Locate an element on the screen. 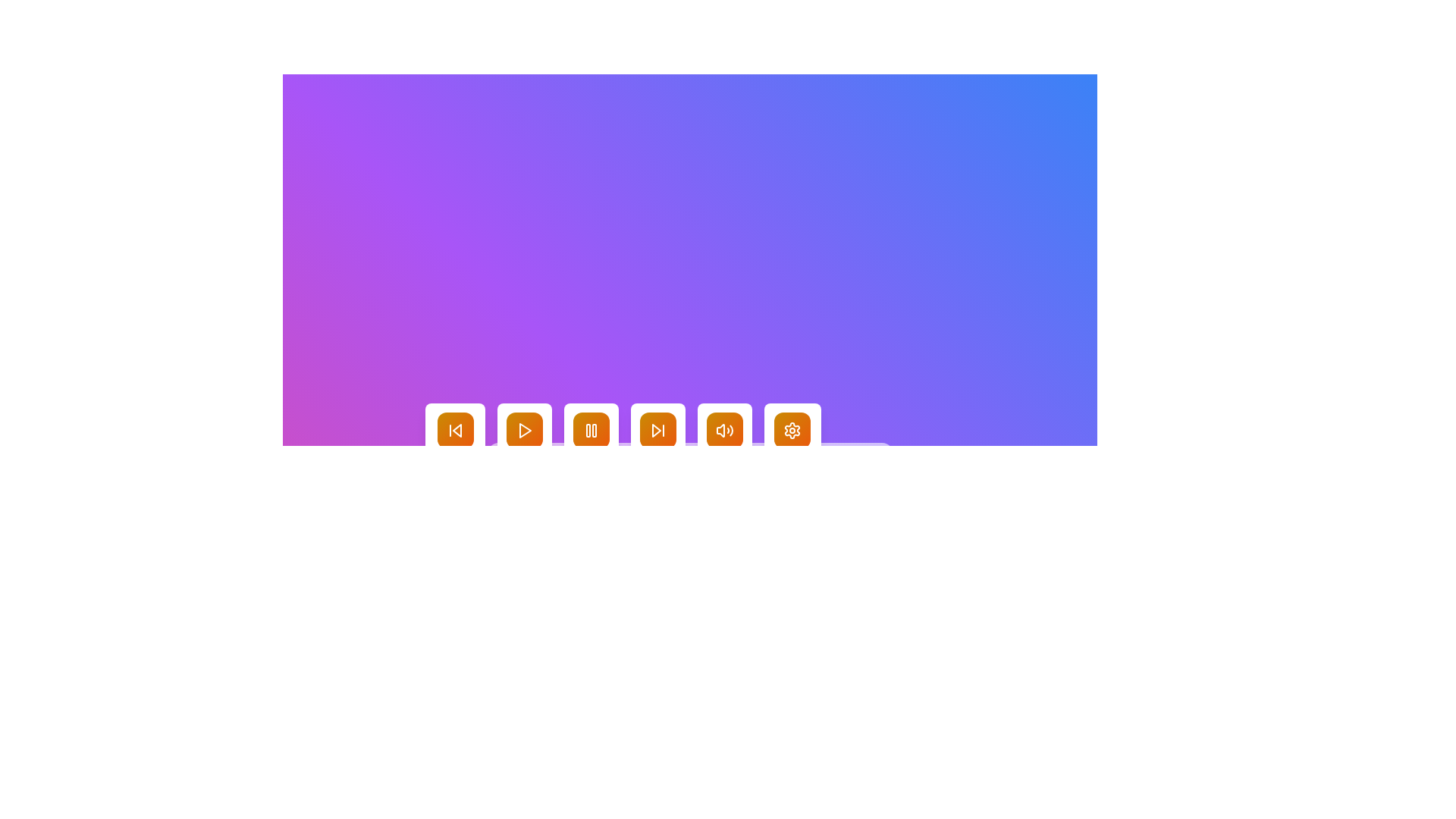 The height and width of the screenshot is (819, 1456). the 'Skip Previous' button, which is the first button in a horizontal layout is located at coordinates (454, 441).